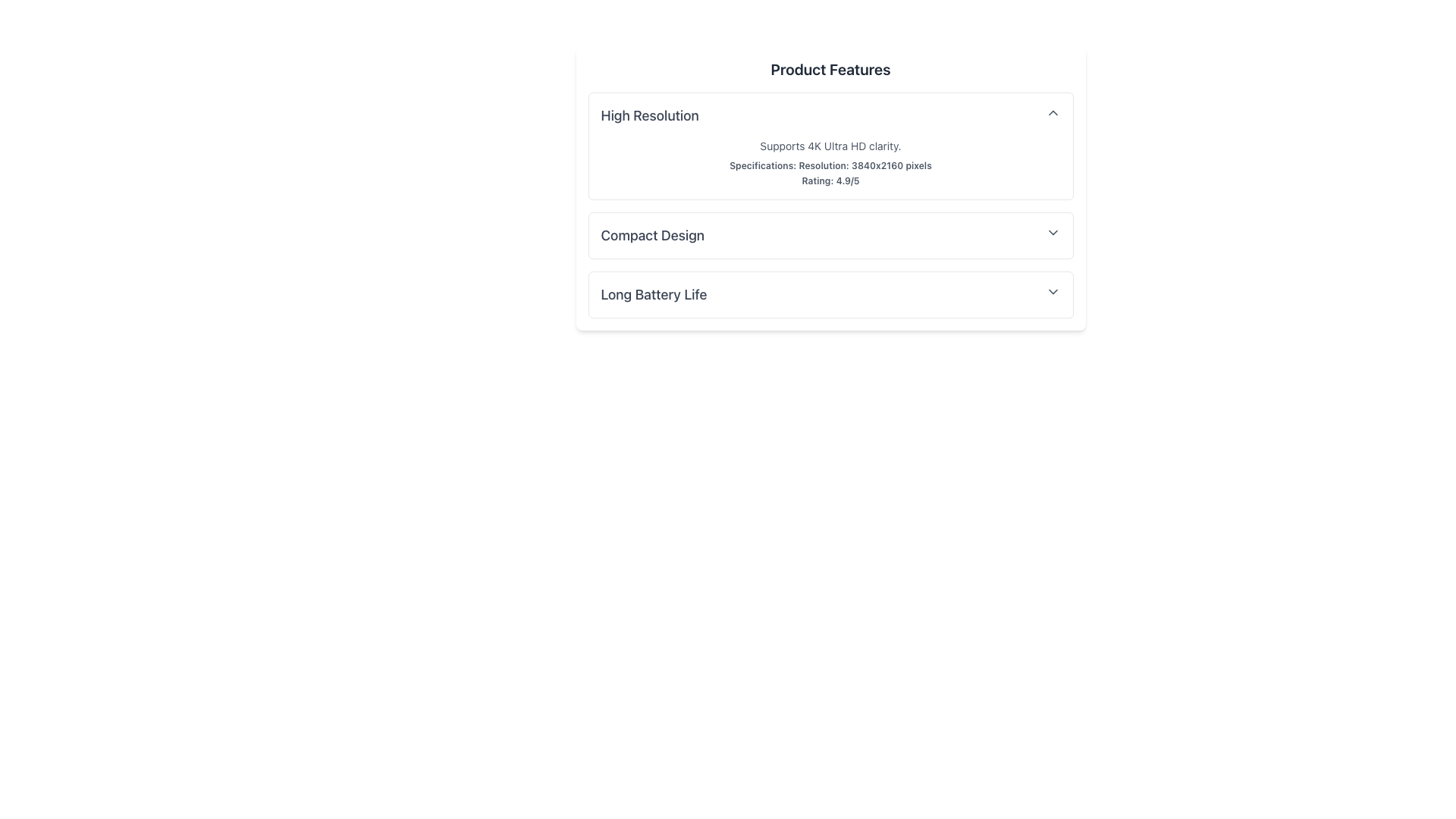 The width and height of the screenshot is (1456, 819). What do you see at coordinates (830, 70) in the screenshot?
I see `the Static Label or Header that indicates 'Product Features', positioned at the top of the card containing detailed information` at bounding box center [830, 70].